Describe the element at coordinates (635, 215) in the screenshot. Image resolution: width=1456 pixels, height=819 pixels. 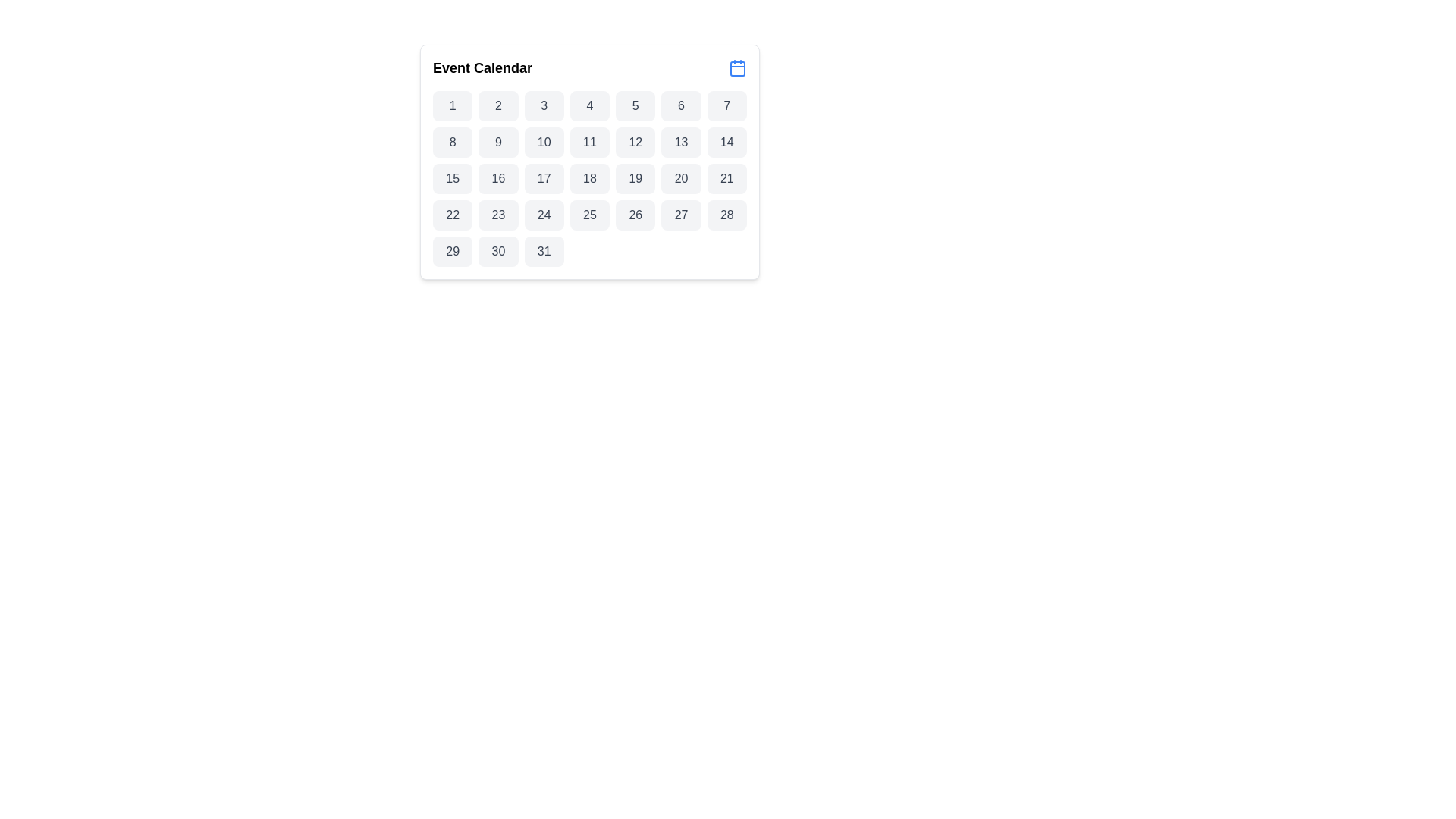
I see `the small rounded rectangular button containing the number '26' in a gray background within the calendar grid` at that location.